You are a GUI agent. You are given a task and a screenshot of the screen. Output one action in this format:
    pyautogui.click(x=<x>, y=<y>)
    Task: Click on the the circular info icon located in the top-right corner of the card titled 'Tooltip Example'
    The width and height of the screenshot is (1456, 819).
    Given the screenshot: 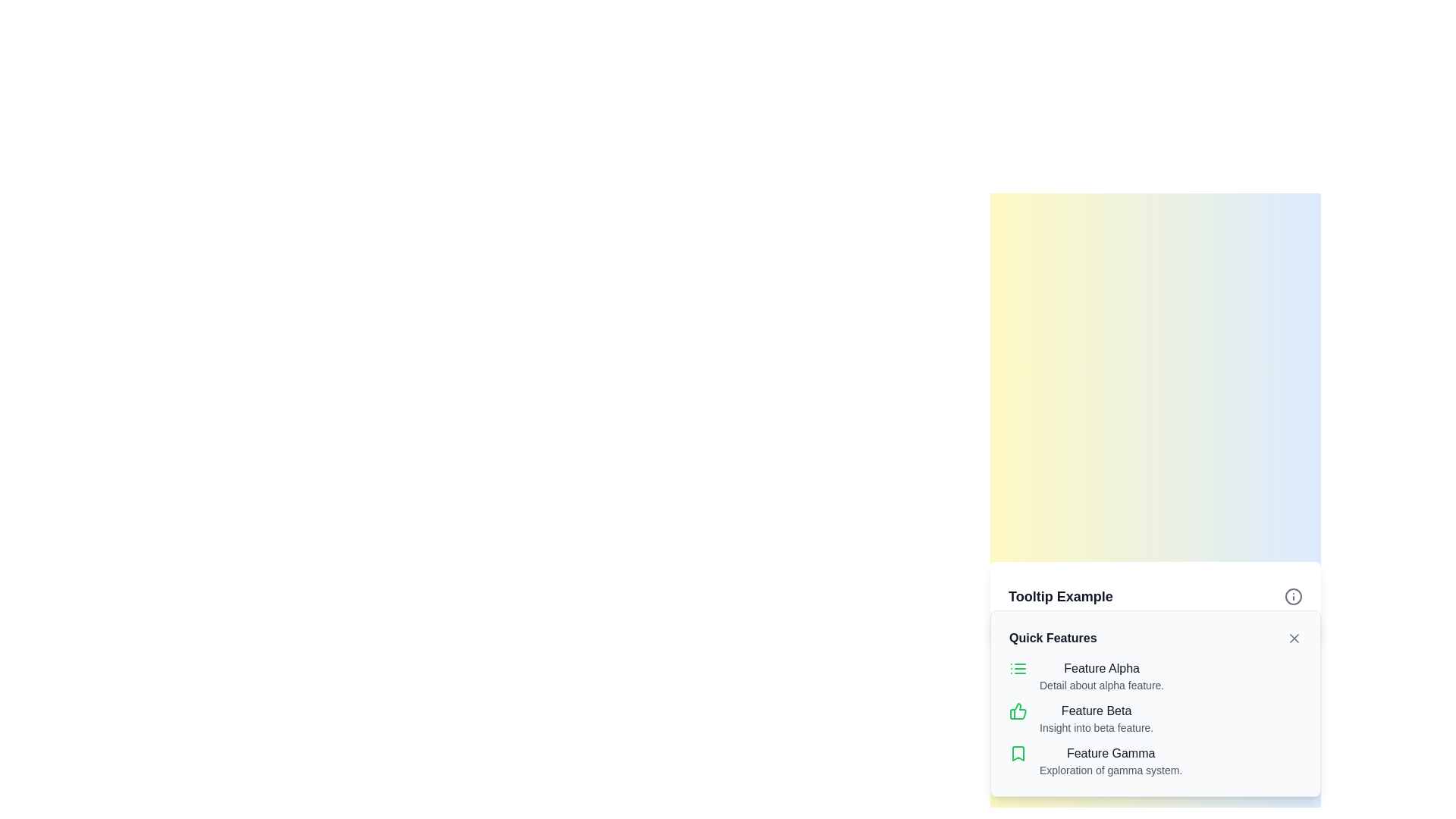 What is the action you would take?
    pyautogui.click(x=1292, y=595)
    